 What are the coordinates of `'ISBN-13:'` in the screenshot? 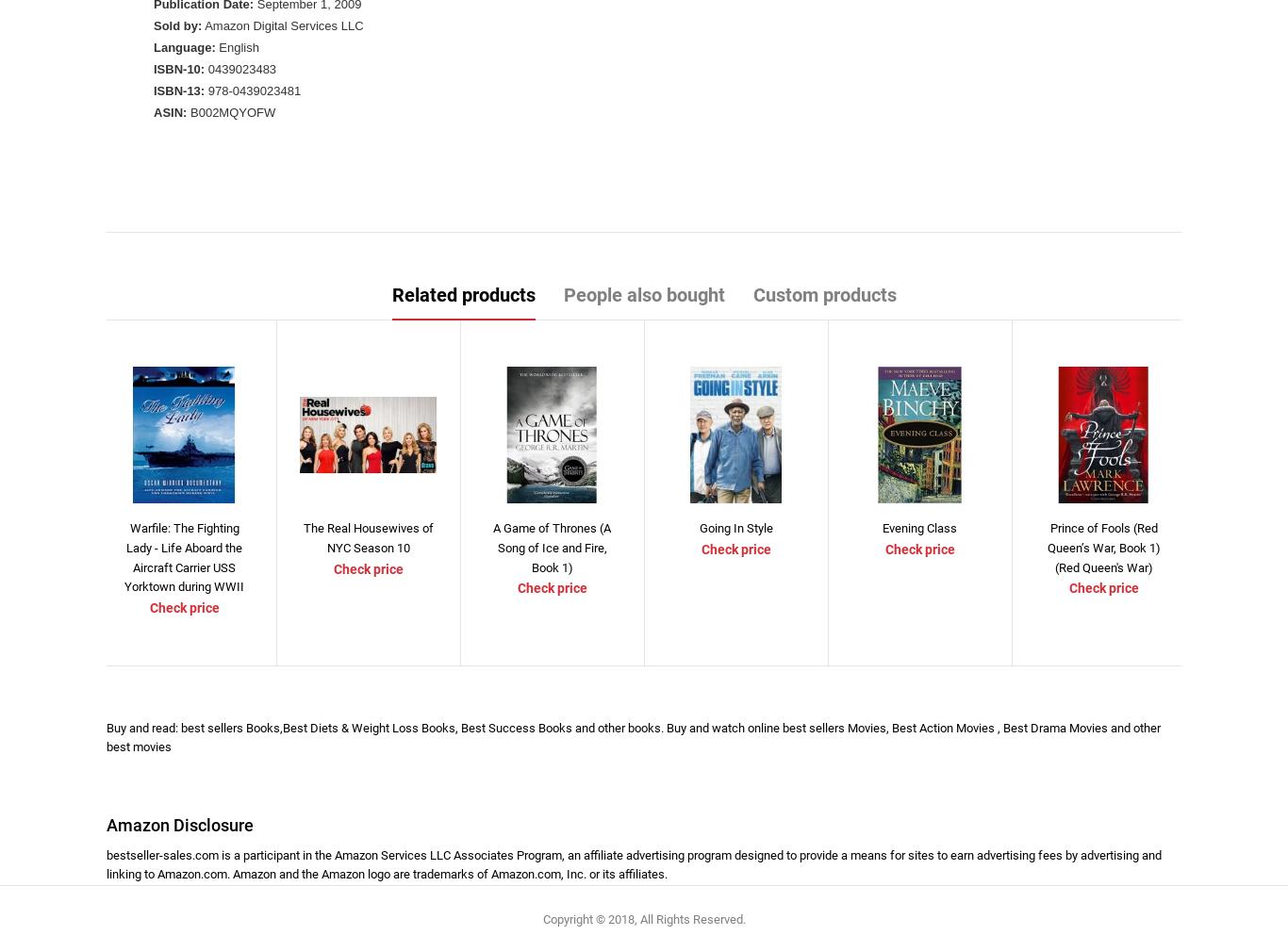 It's located at (178, 90).